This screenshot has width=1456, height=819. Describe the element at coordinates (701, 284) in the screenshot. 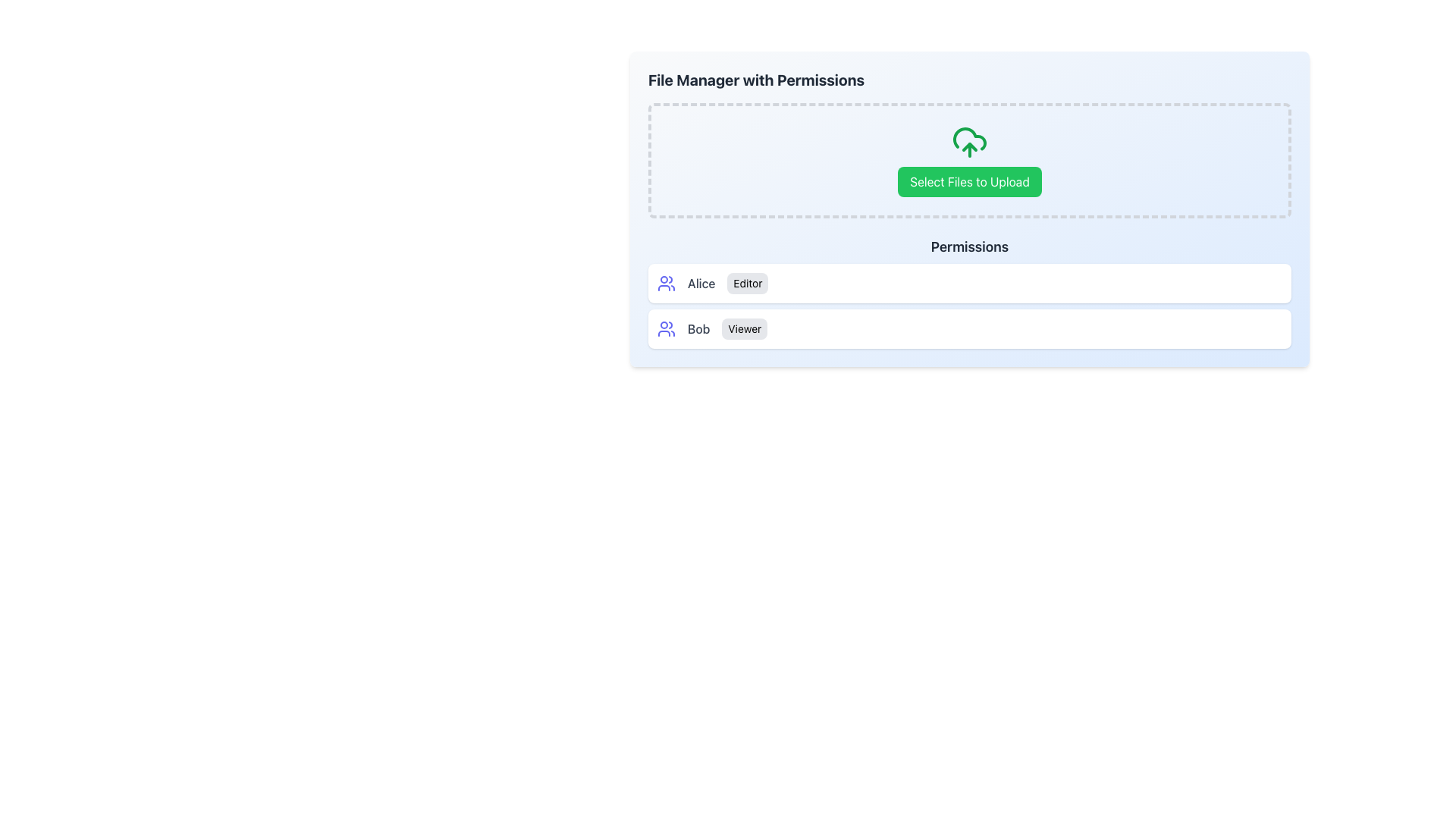

I see `text label displaying 'Alice', which is centrally positioned in a user list alongside an icon and role label` at that location.